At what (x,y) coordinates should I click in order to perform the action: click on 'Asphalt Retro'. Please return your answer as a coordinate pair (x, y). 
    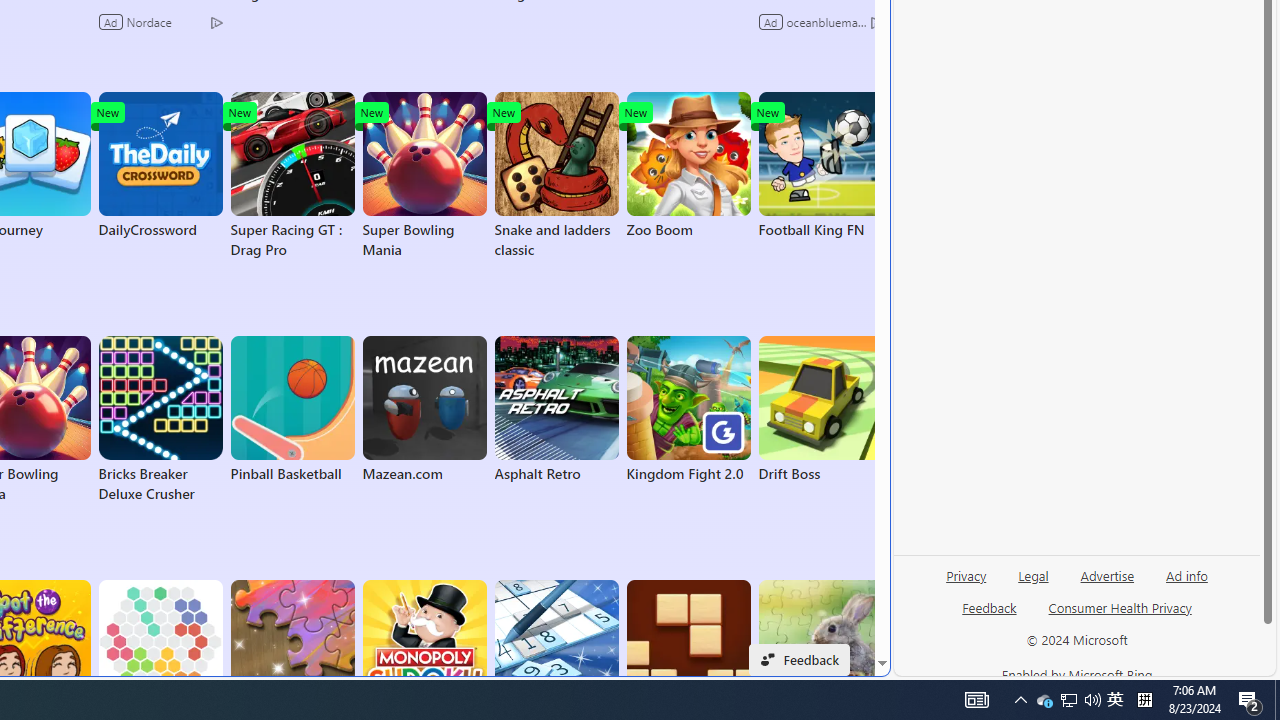
    Looking at the image, I should click on (556, 409).